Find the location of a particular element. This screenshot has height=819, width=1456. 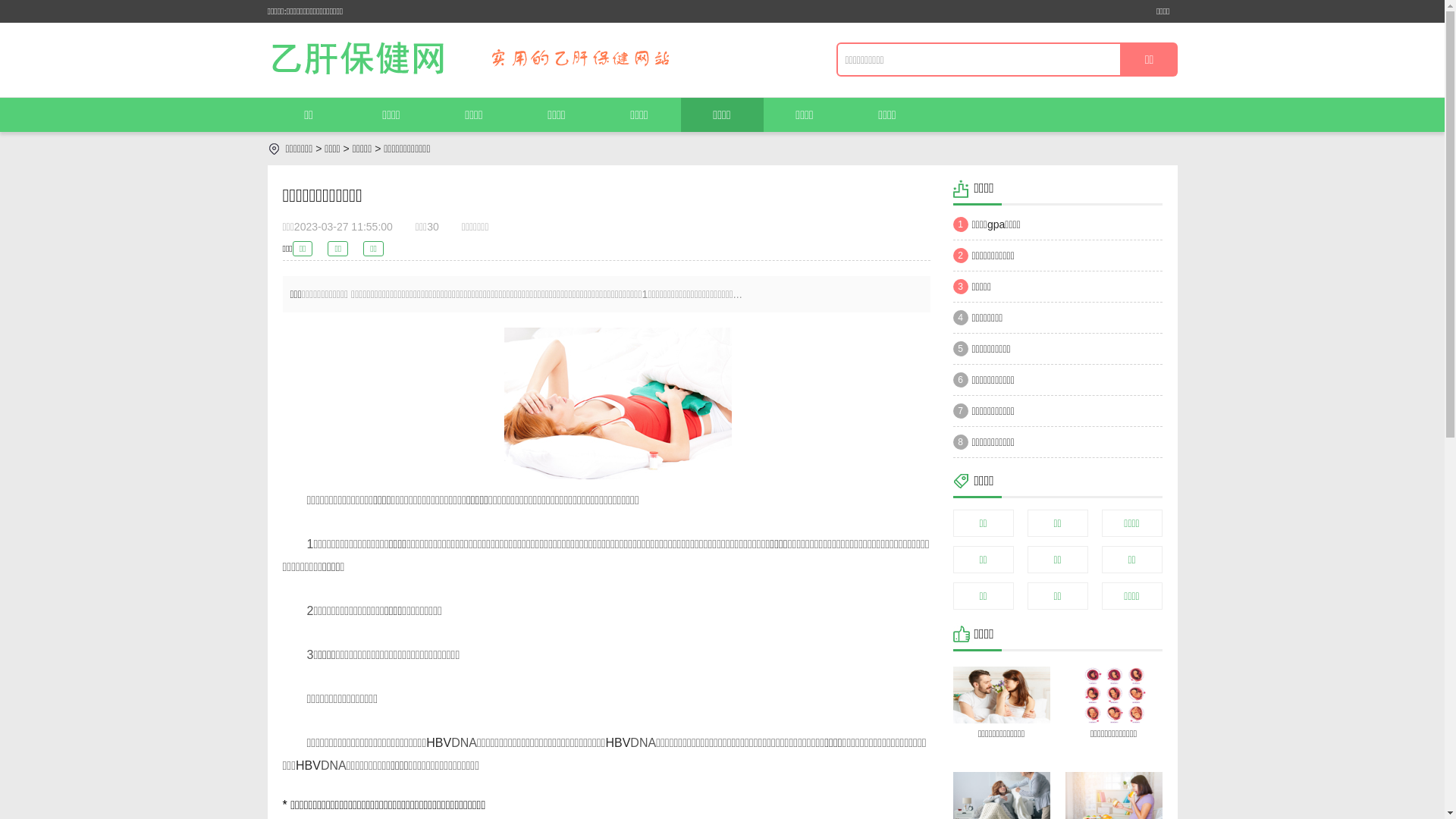

'HBV' is located at coordinates (307, 765).